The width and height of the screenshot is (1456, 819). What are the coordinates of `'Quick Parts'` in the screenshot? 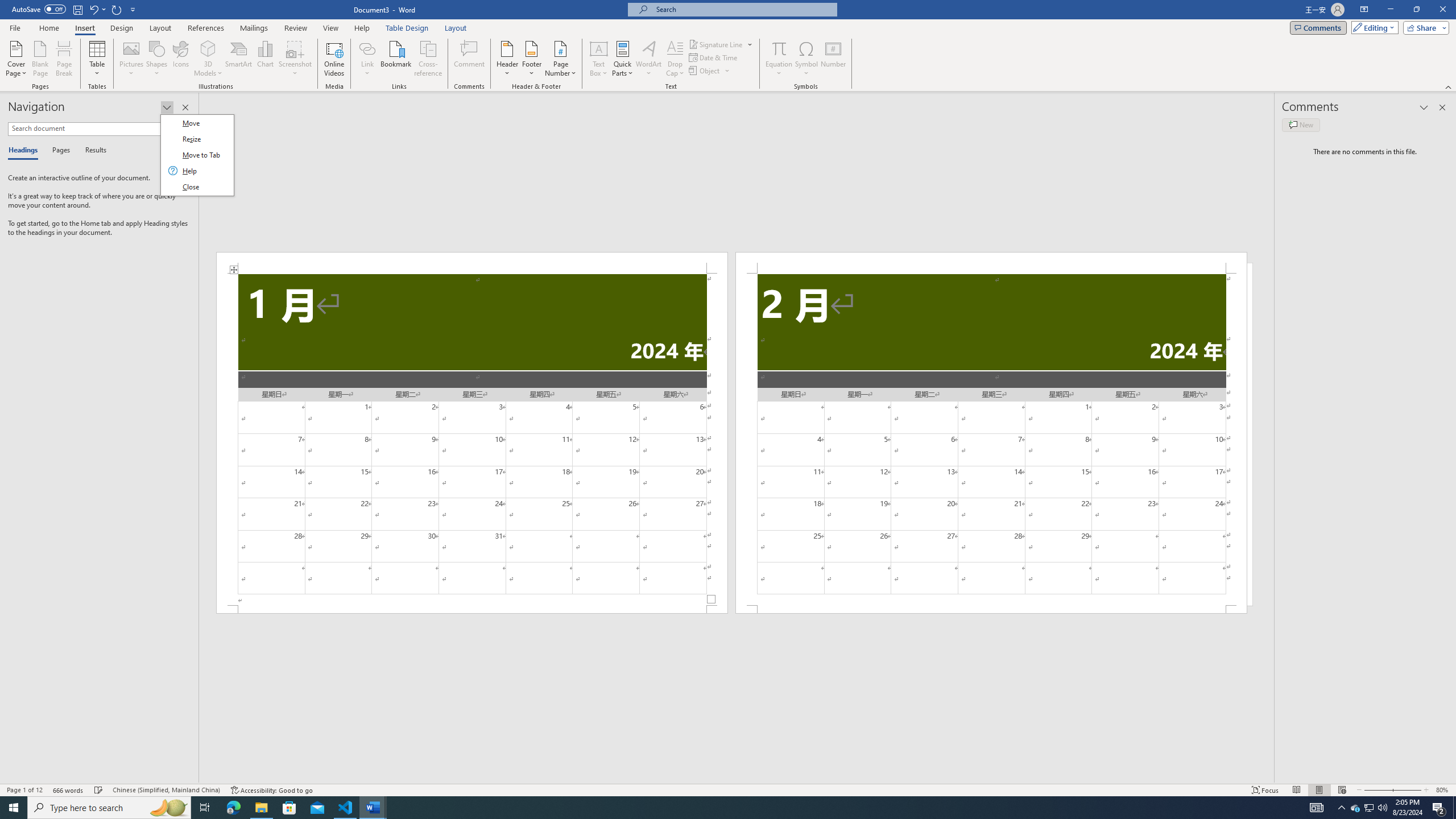 It's located at (622, 59).